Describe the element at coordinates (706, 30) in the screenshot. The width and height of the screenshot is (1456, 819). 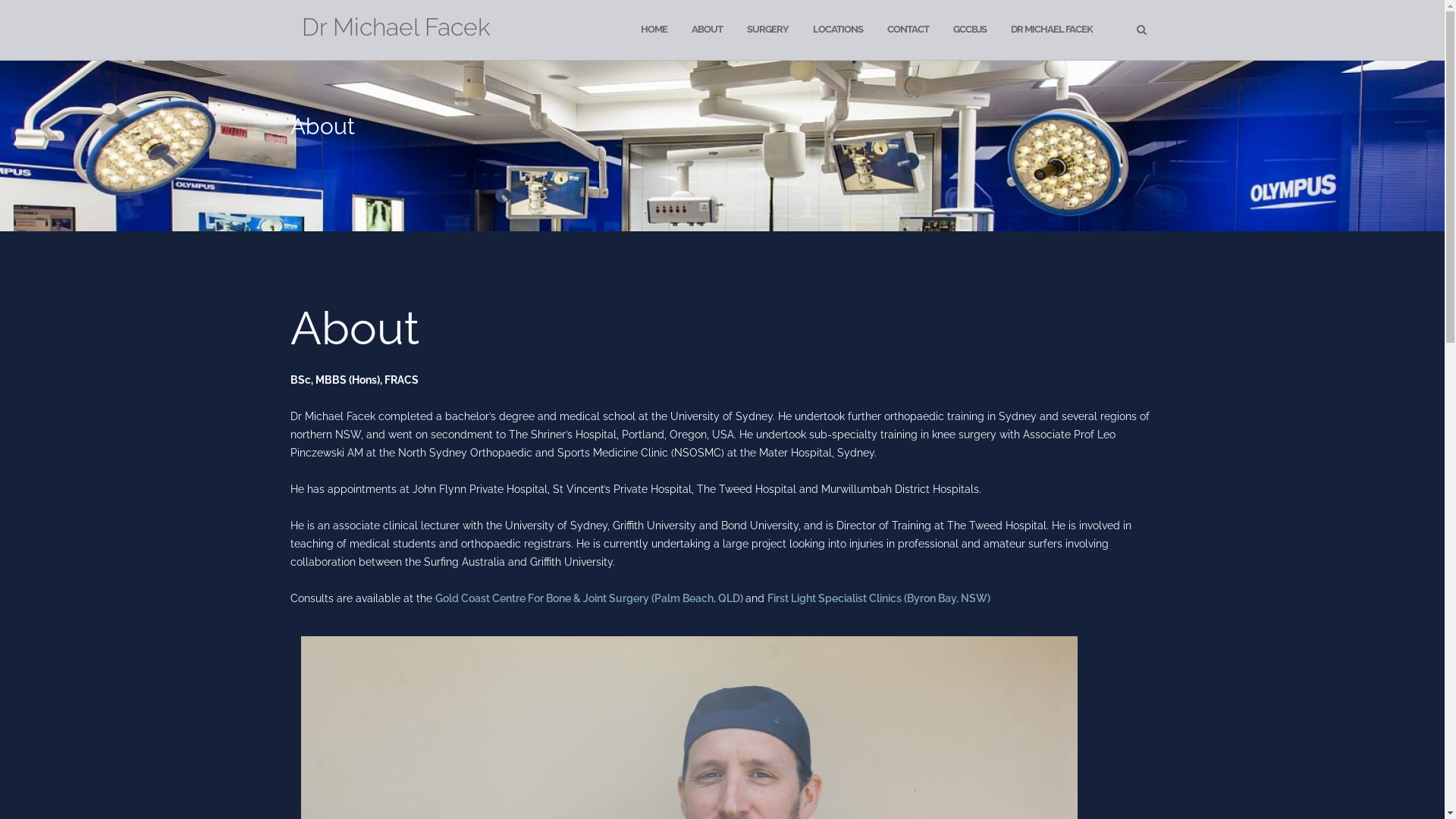
I see `'ABOUT'` at that location.